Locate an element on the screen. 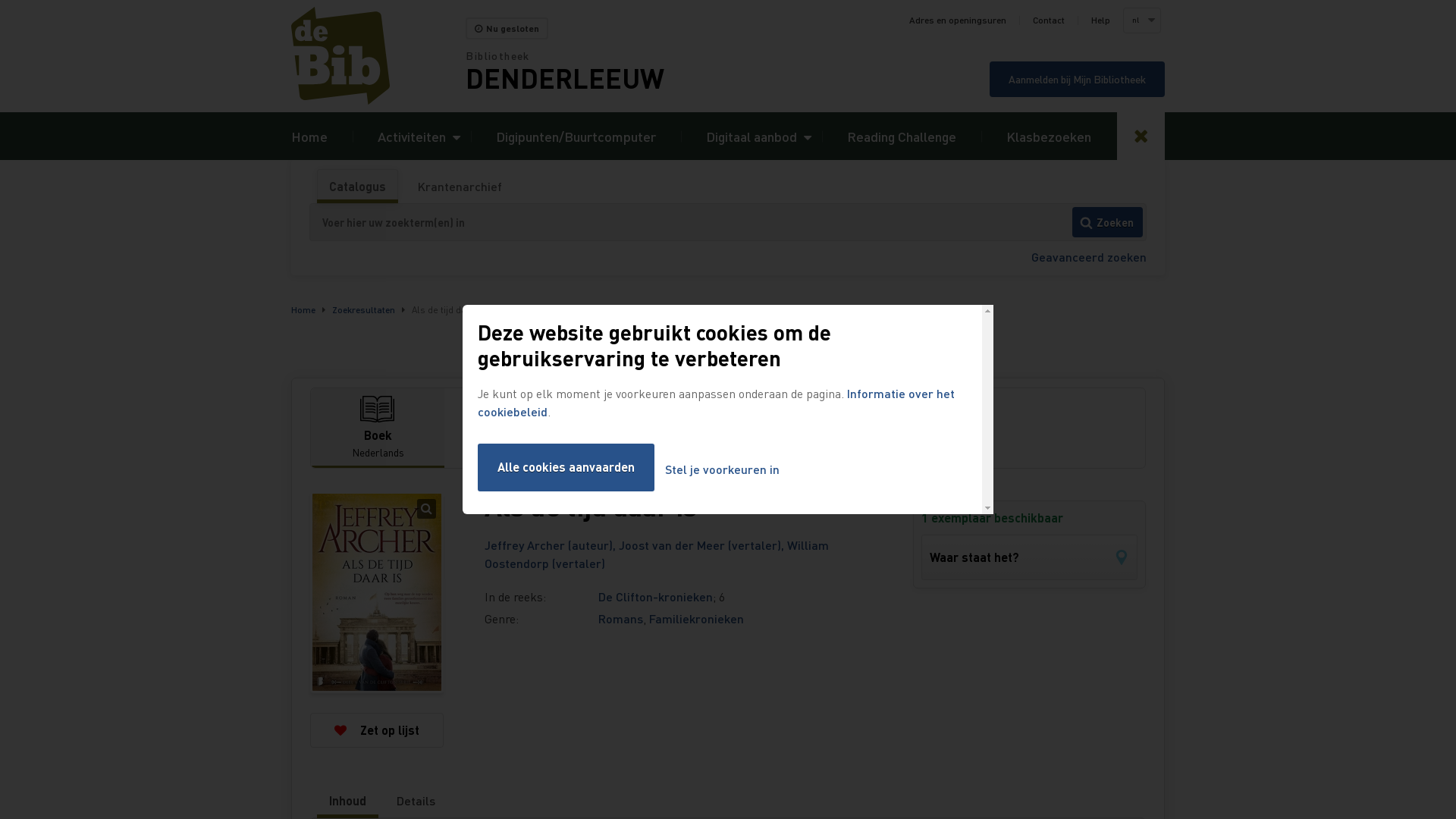 This screenshot has width=1456, height=819. 'Nu gesloten' is located at coordinates (507, 28).